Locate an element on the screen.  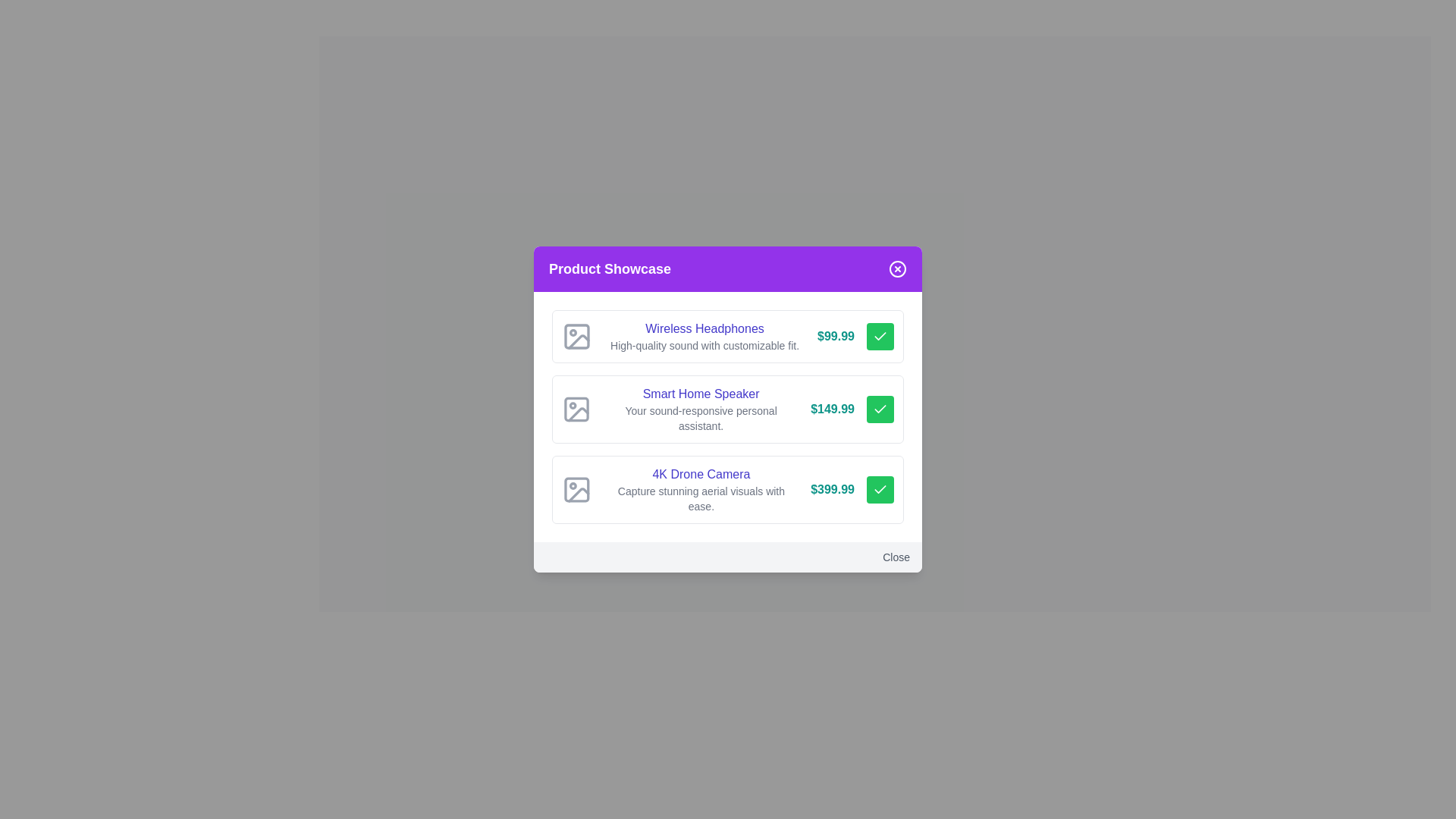
the button to confirm the selection of the product 'Wireless Headphones', located to the immediate right of the price label '$99.99' is located at coordinates (880, 335).